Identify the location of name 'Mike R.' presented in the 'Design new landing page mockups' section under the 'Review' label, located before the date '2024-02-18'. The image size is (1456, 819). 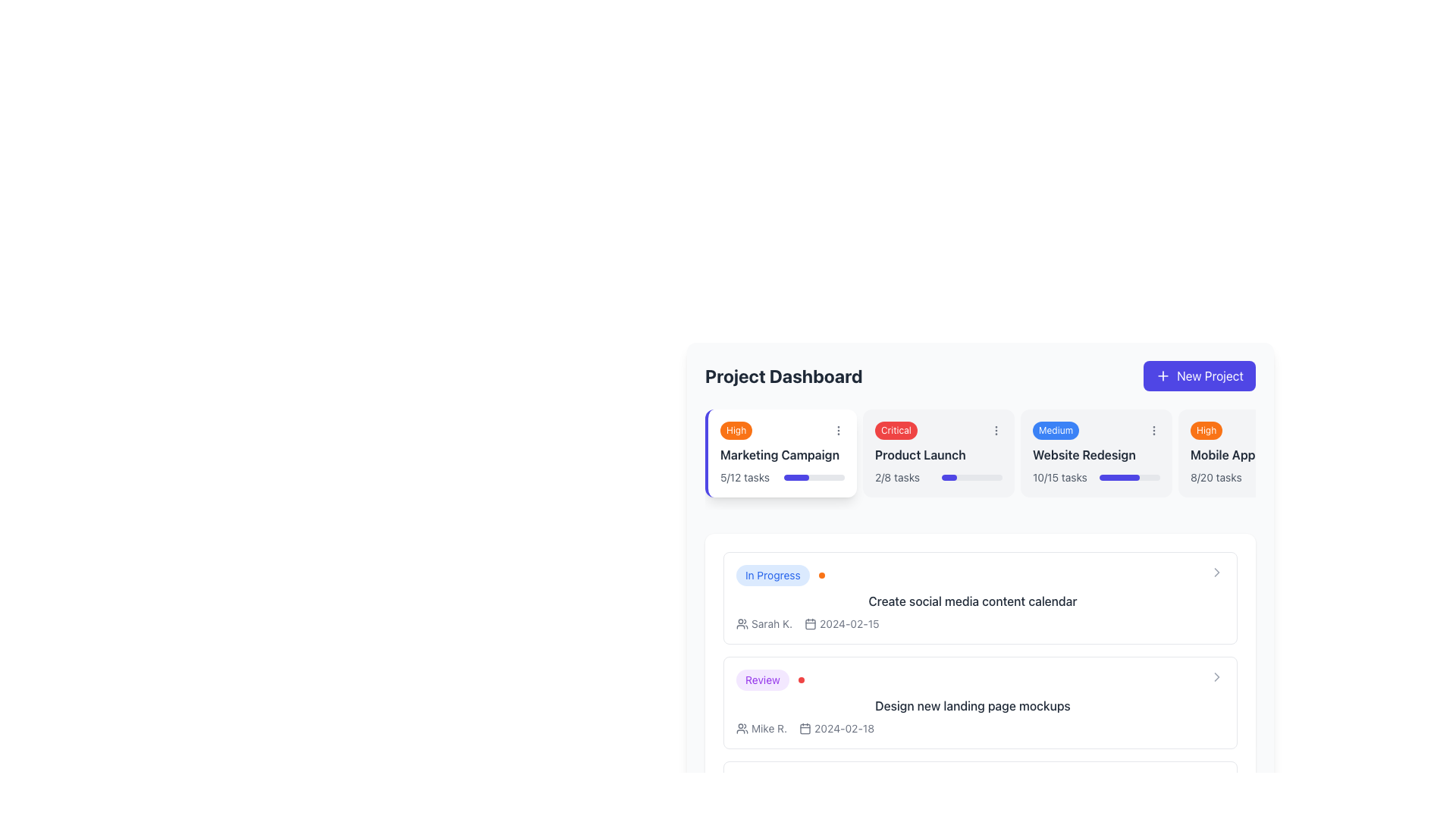
(761, 727).